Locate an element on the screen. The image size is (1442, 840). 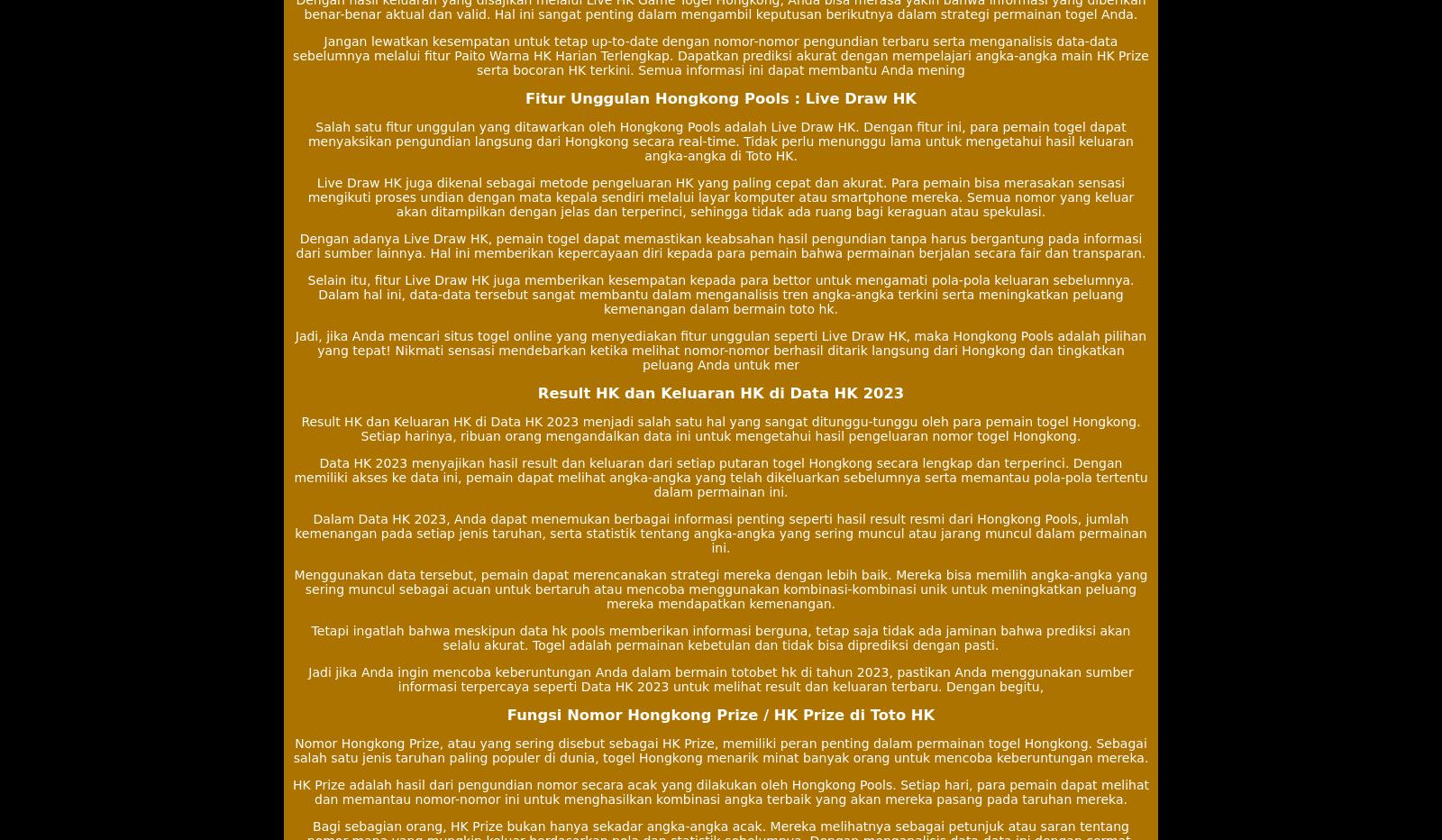
'Tetapi ingatlah bahwa meskipun data hk pools memberikan informasi berguna, tetap saja tidak ada jaminan bahwa prediksi akan selalu akurat. Togel adalah permainan kebetulan dan tidak bisa diprediksi dengan pasti.' is located at coordinates (720, 637).